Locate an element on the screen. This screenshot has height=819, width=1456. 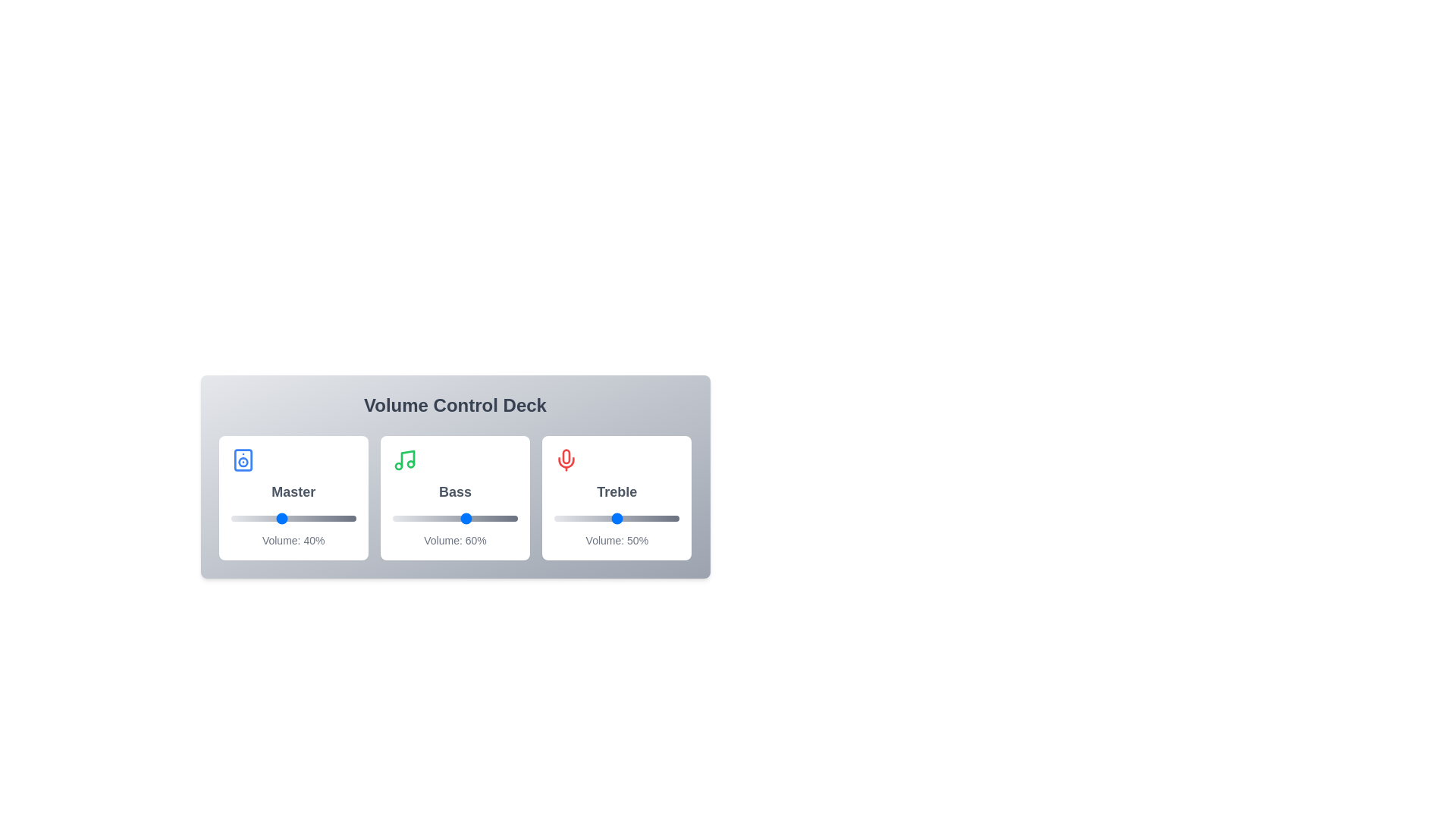
the Treble volume slider to 58% is located at coordinates (627, 517).